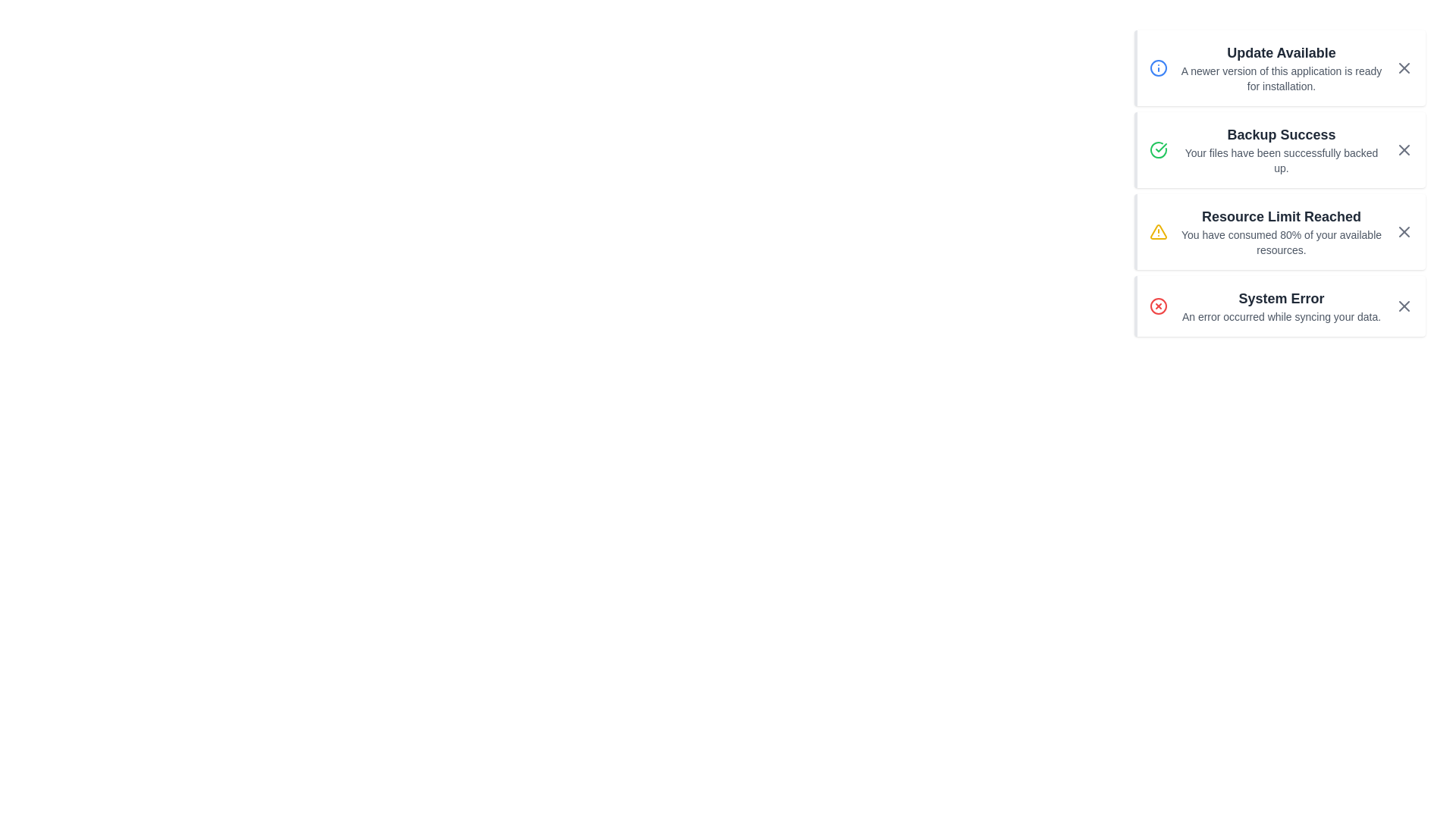  Describe the element at coordinates (1279, 183) in the screenshot. I see `the Notification card that informs the user their files have been successfully backed up, located in the top-right corner of the interface, directly below the 'Update Available' notification and above the 'Resource Limit Reached' notification` at that location.